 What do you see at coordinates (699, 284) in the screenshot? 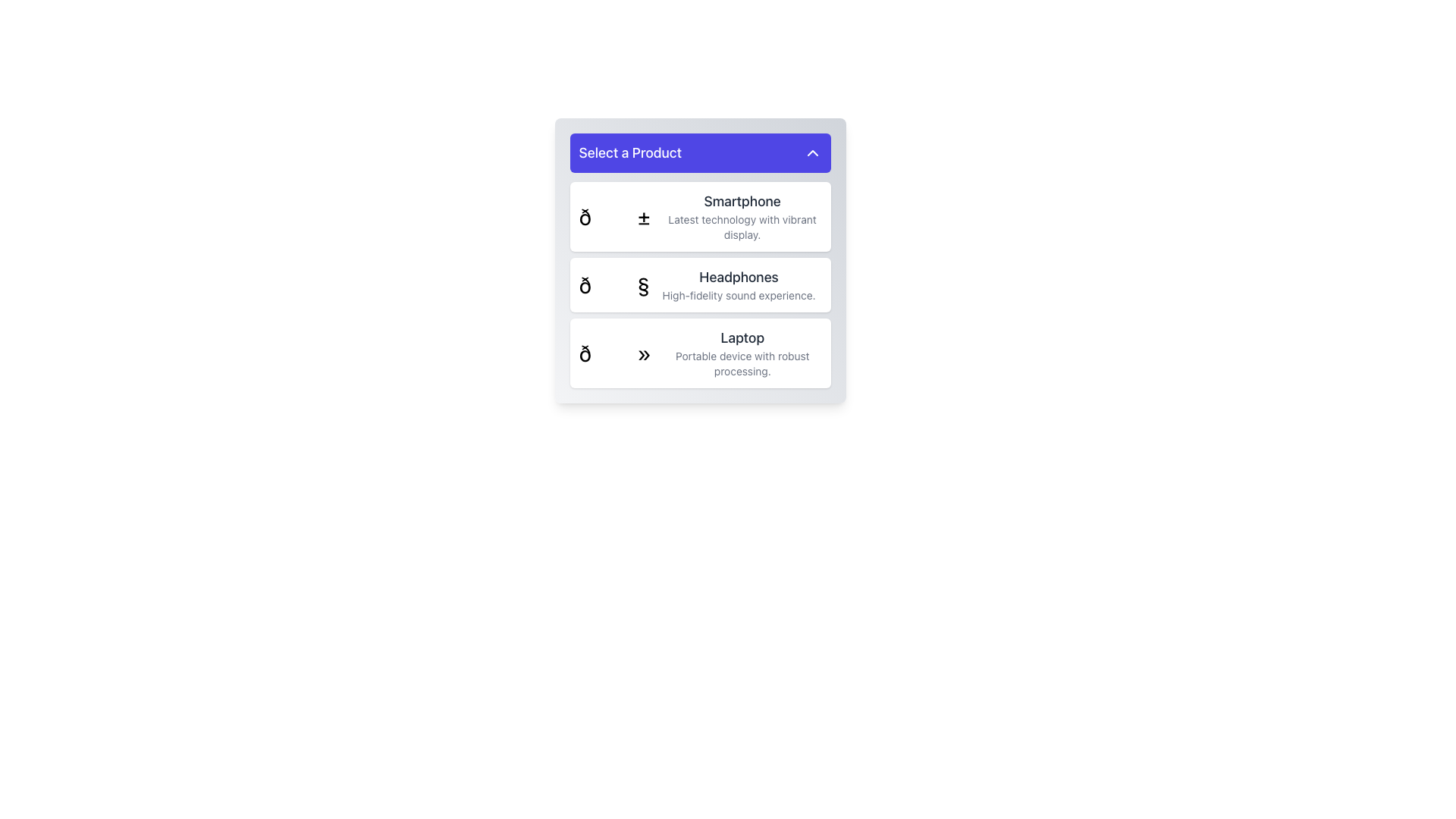
I see `the second List Item element, which features a bold title 'Headphones' and a description 'High-fidelity sound experience.'` at bounding box center [699, 284].